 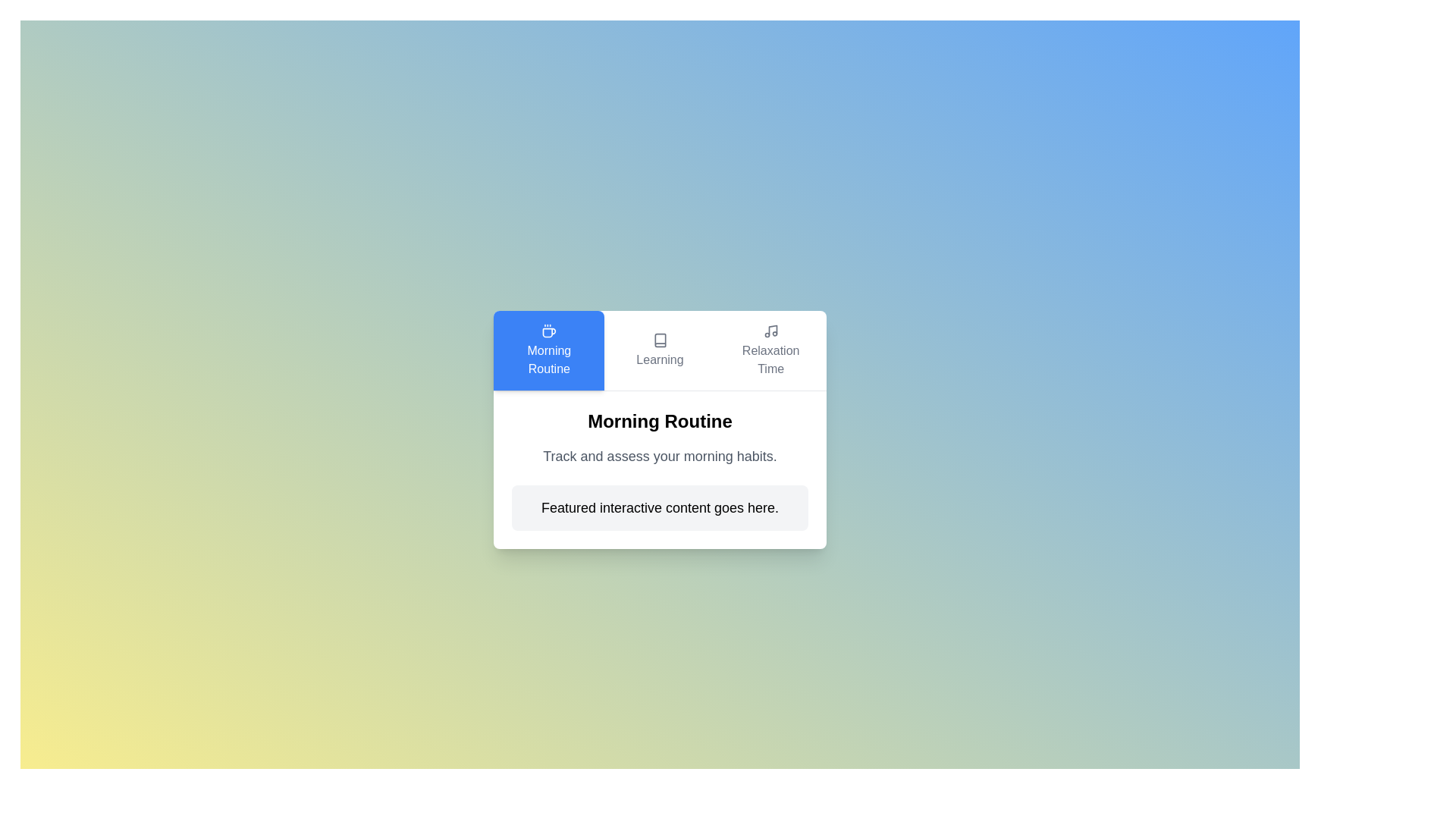 I want to click on the tab labeled Relaxation Time to observe its hover effect, so click(x=770, y=350).